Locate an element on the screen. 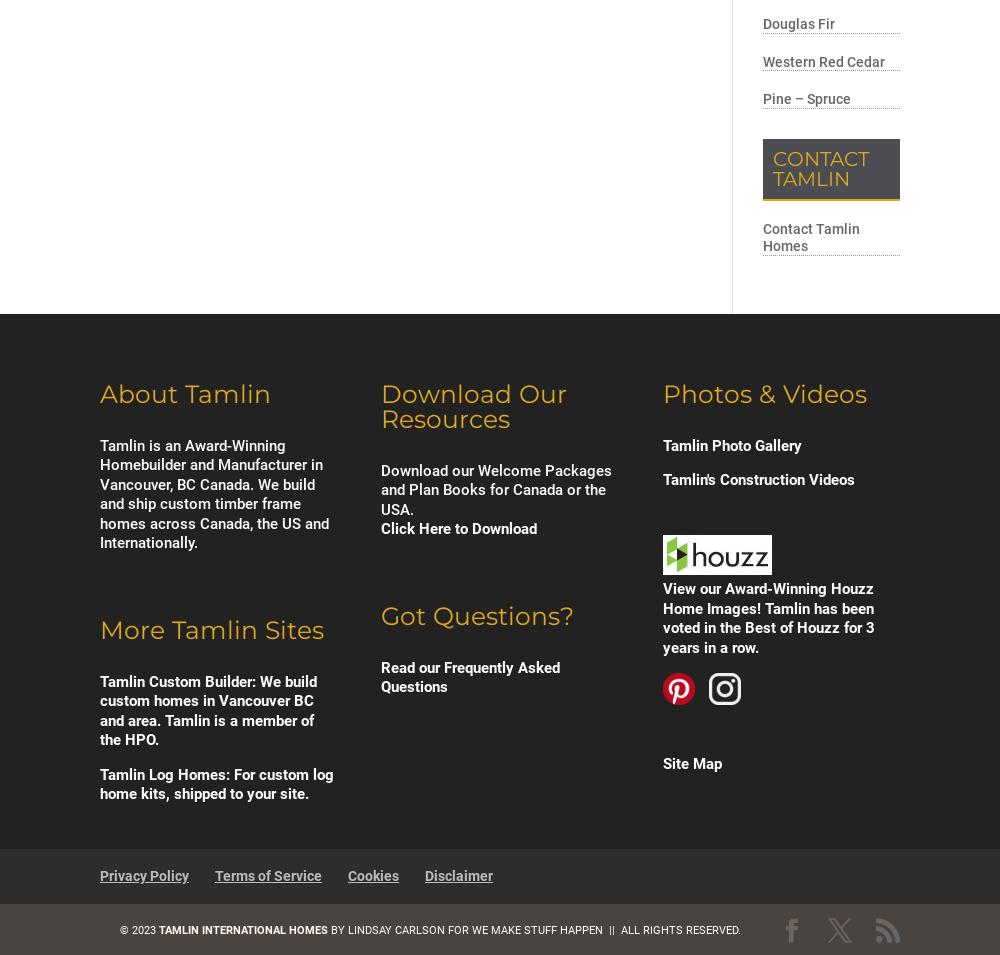 This screenshot has width=1000, height=955. 'Download Our Resources' is located at coordinates (473, 404).